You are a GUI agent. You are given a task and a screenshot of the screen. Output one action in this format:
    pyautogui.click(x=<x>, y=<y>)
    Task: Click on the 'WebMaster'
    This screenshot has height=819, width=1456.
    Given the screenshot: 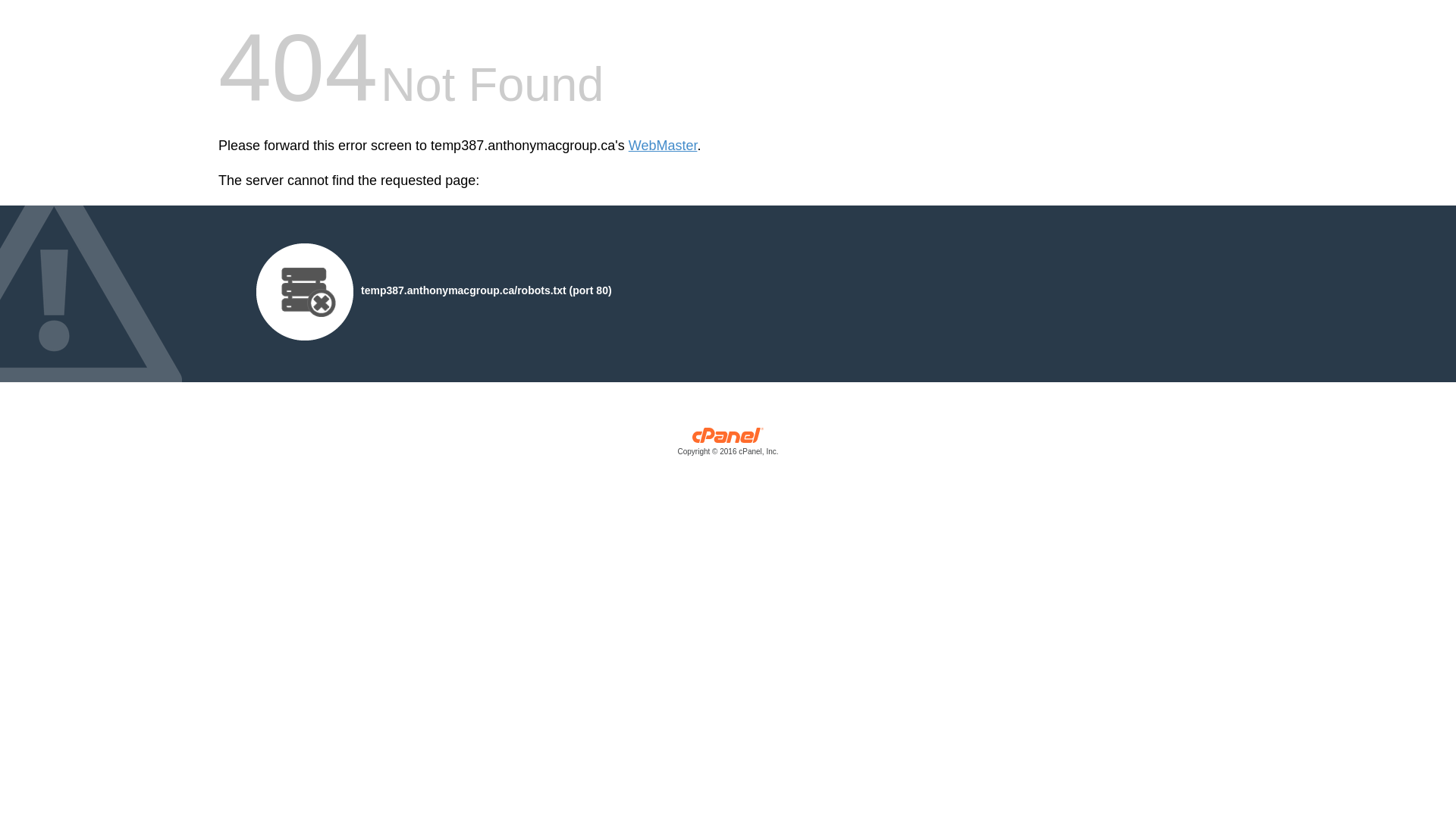 What is the action you would take?
    pyautogui.click(x=629, y=146)
    